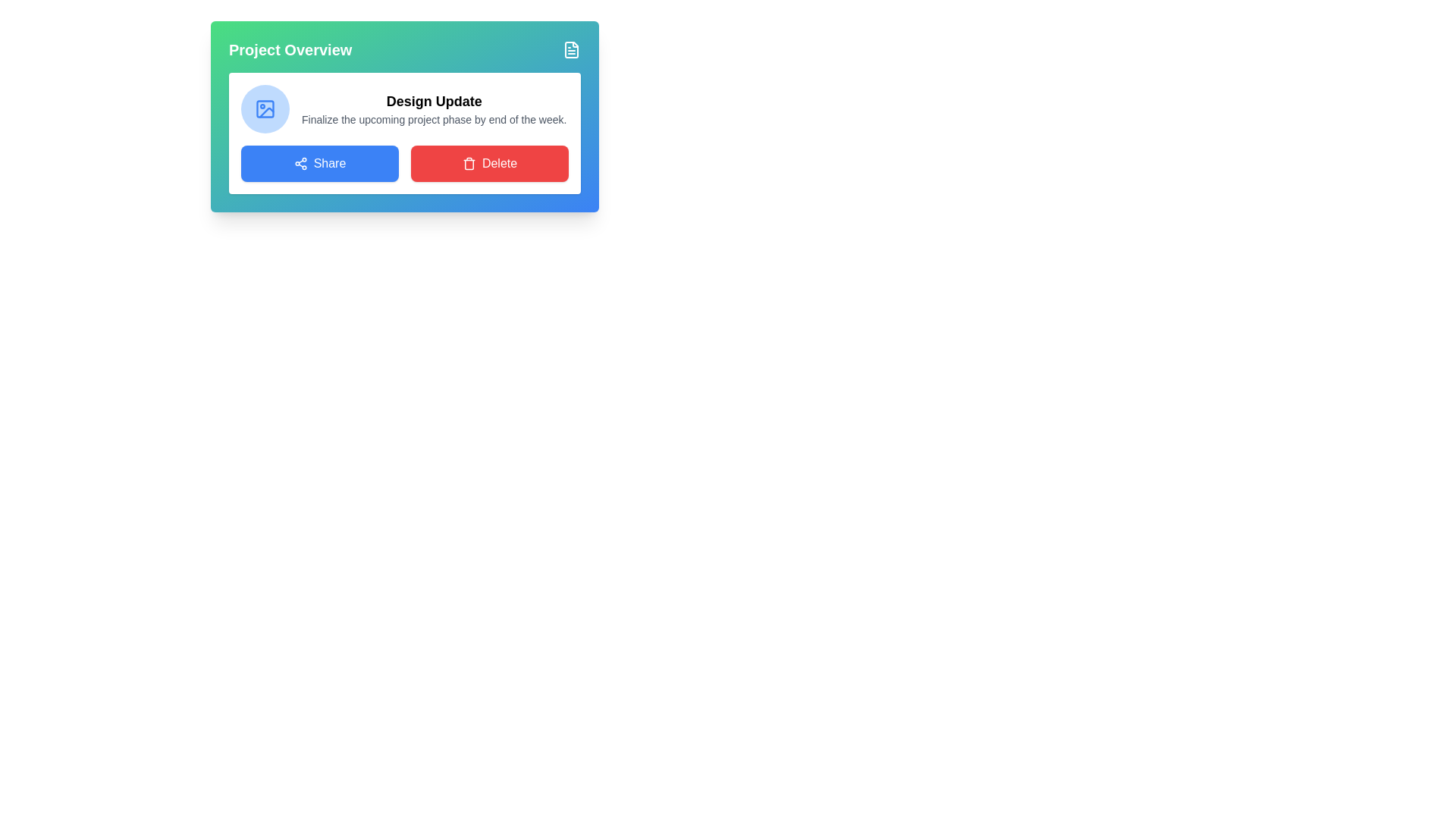 The image size is (1456, 819). Describe the element at coordinates (433, 108) in the screenshot. I see `the text block containing 'Design Update' and 'Finalize the upcoming project phase by end of the week', which is centered within a card layout` at that location.